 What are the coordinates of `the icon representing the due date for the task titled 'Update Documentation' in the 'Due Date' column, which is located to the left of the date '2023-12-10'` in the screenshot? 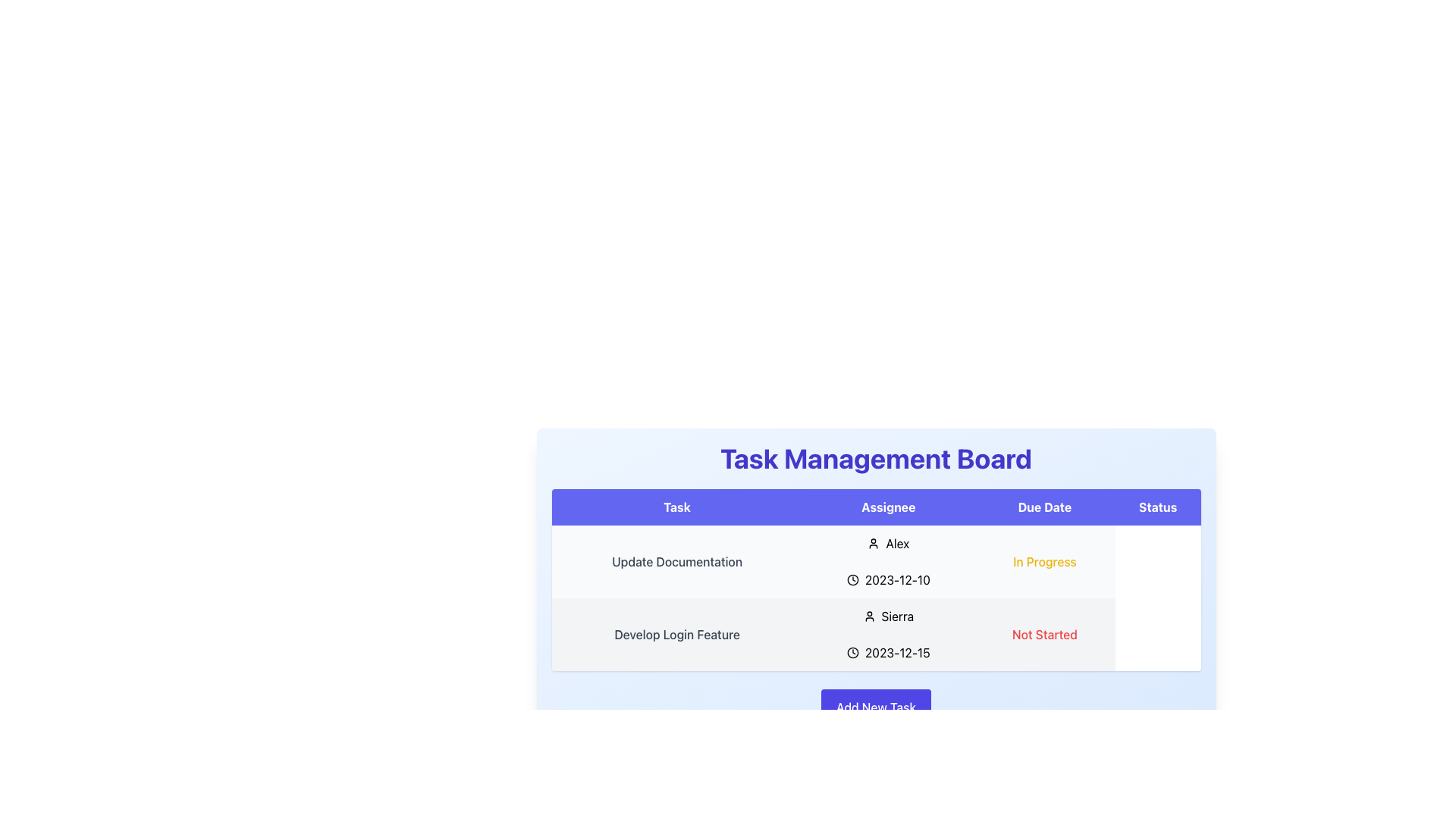 It's located at (852, 579).